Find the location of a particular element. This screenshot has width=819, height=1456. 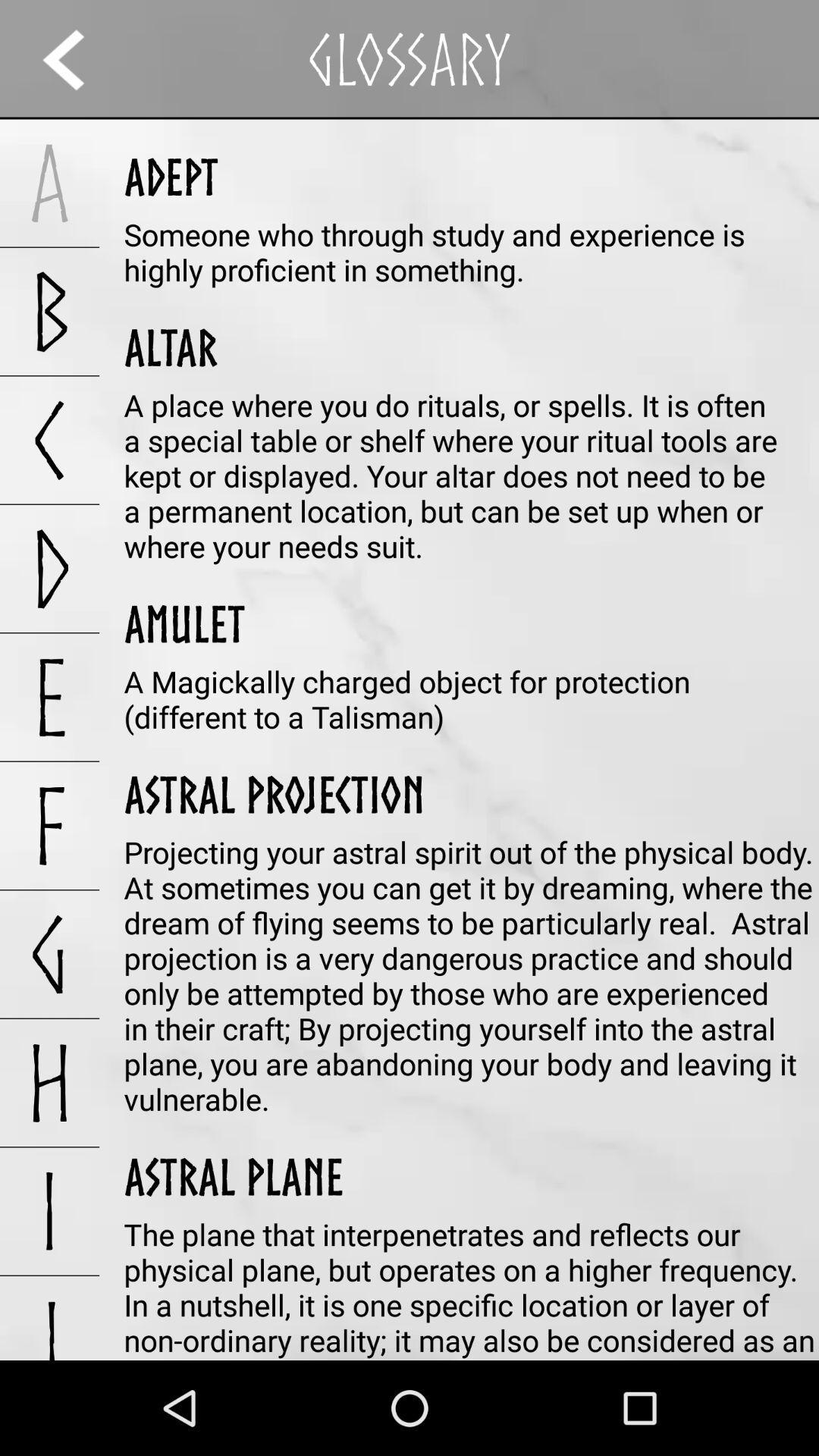

icon above e is located at coordinates (49, 567).